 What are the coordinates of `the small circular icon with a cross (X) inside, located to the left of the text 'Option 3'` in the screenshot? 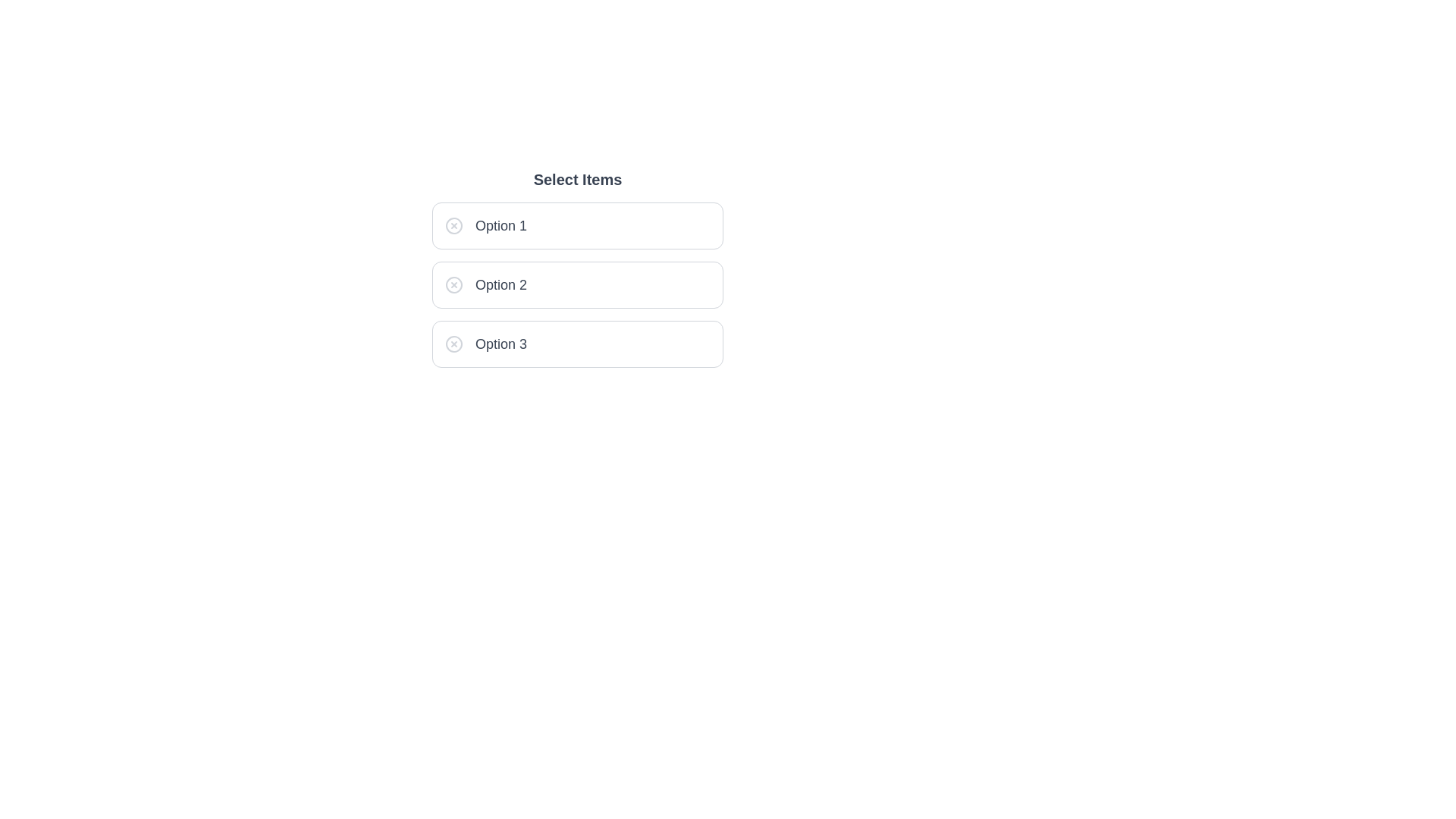 It's located at (453, 344).